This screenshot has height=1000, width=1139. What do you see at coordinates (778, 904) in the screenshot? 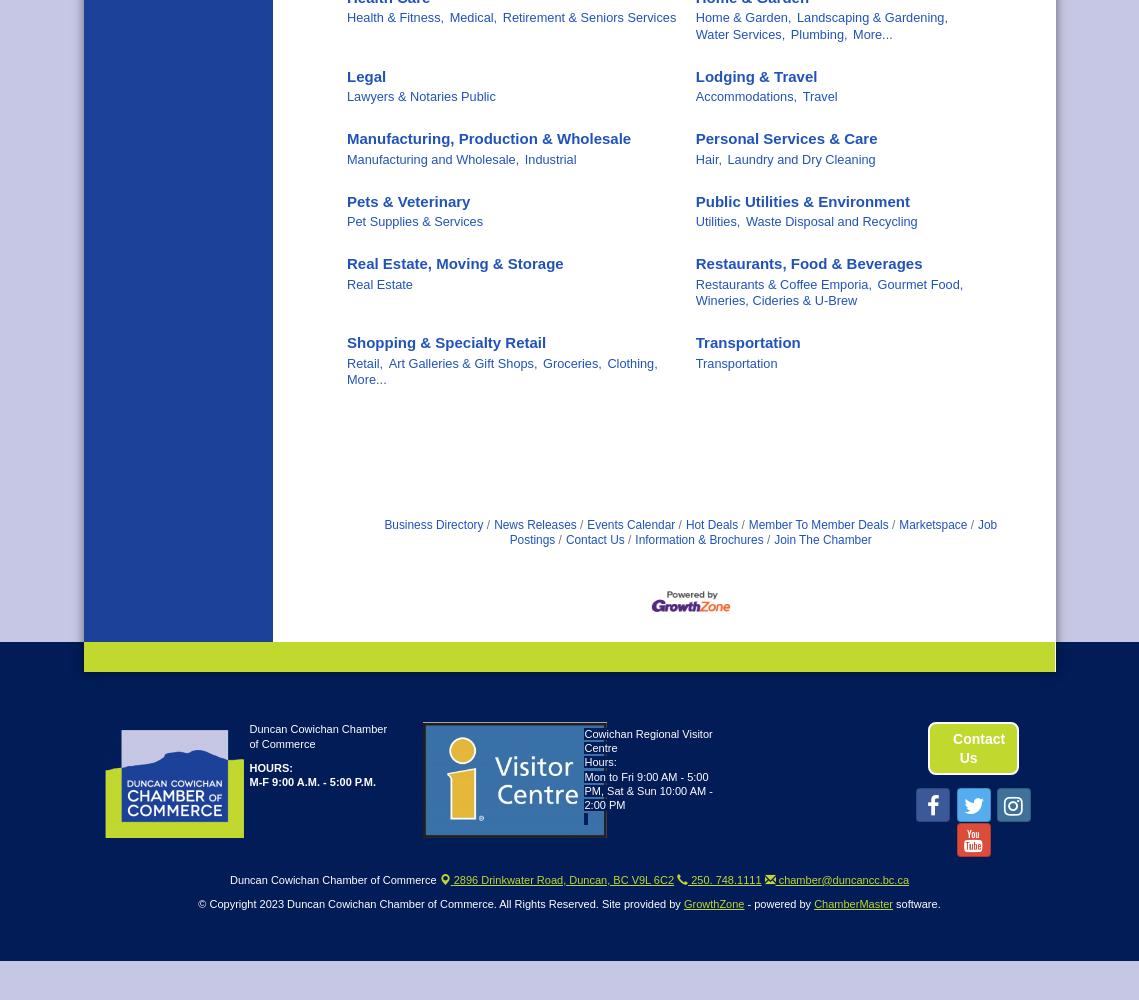
I see `'- powered by'` at bounding box center [778, 904].